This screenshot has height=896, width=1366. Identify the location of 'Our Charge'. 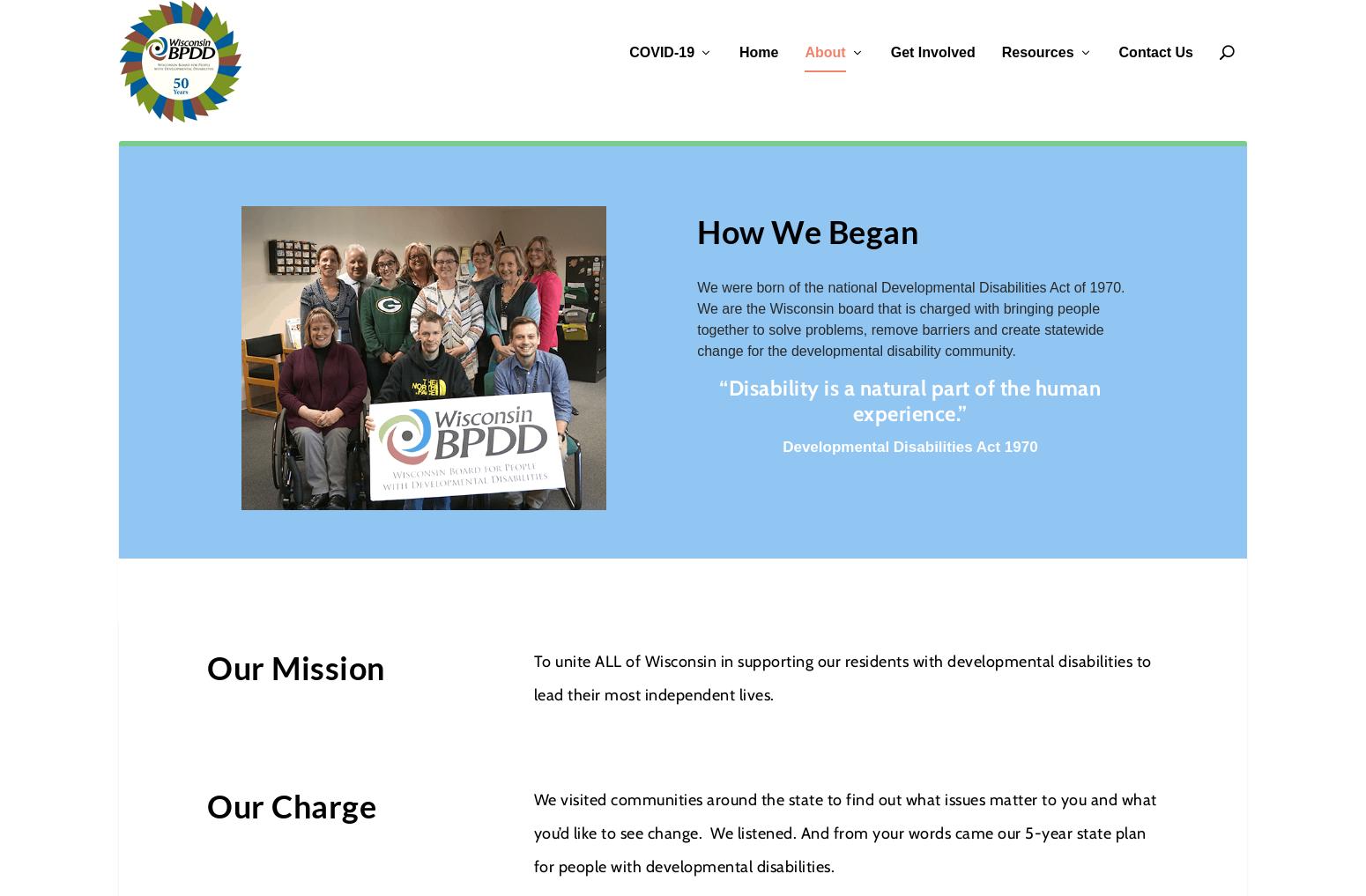
(290, 803).